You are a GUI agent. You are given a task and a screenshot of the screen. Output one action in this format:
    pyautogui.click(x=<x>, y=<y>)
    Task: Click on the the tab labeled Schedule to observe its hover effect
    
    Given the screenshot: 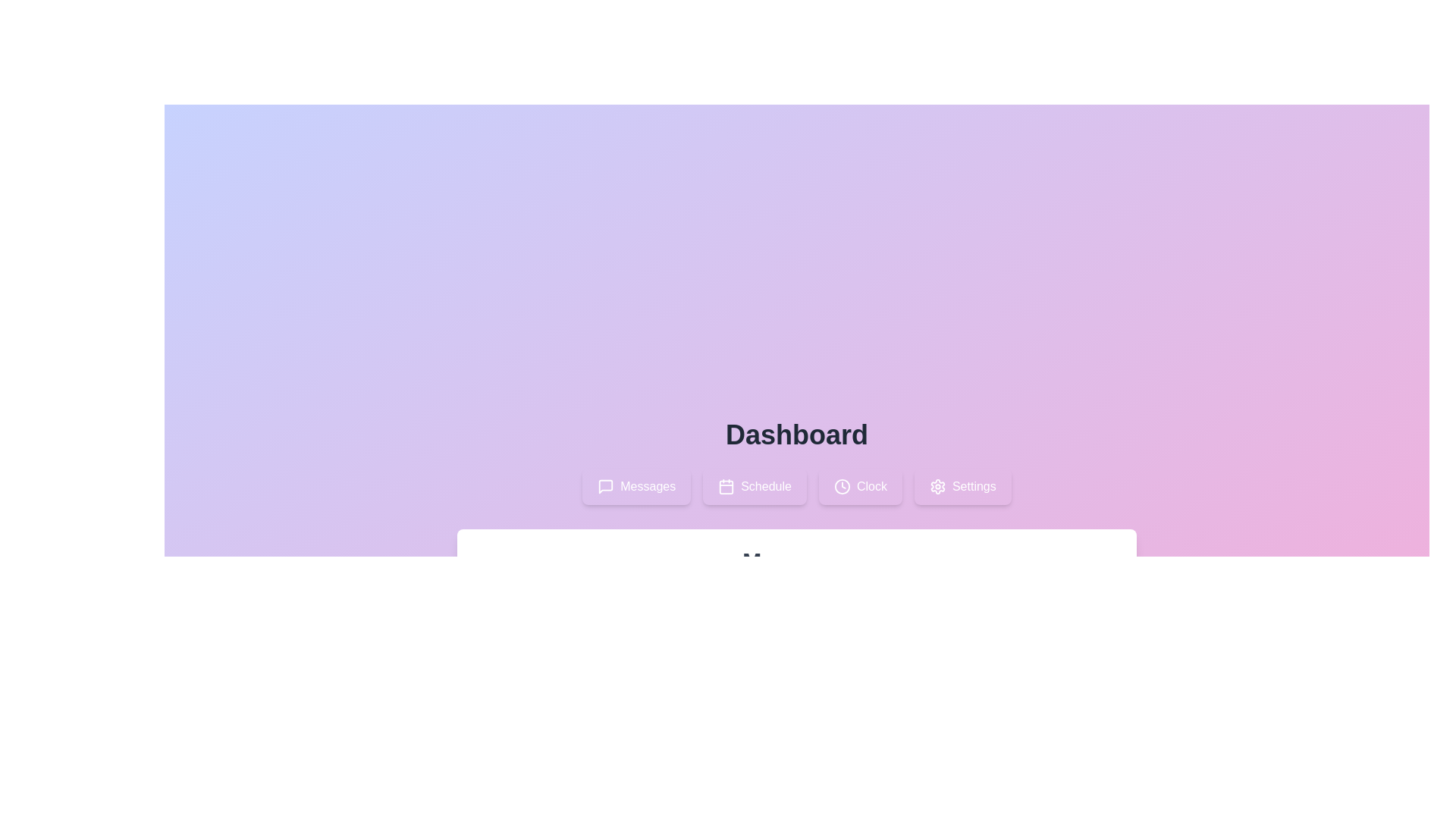 What is the action you would take?
    pyautogui.click(x=755, y=486)
    